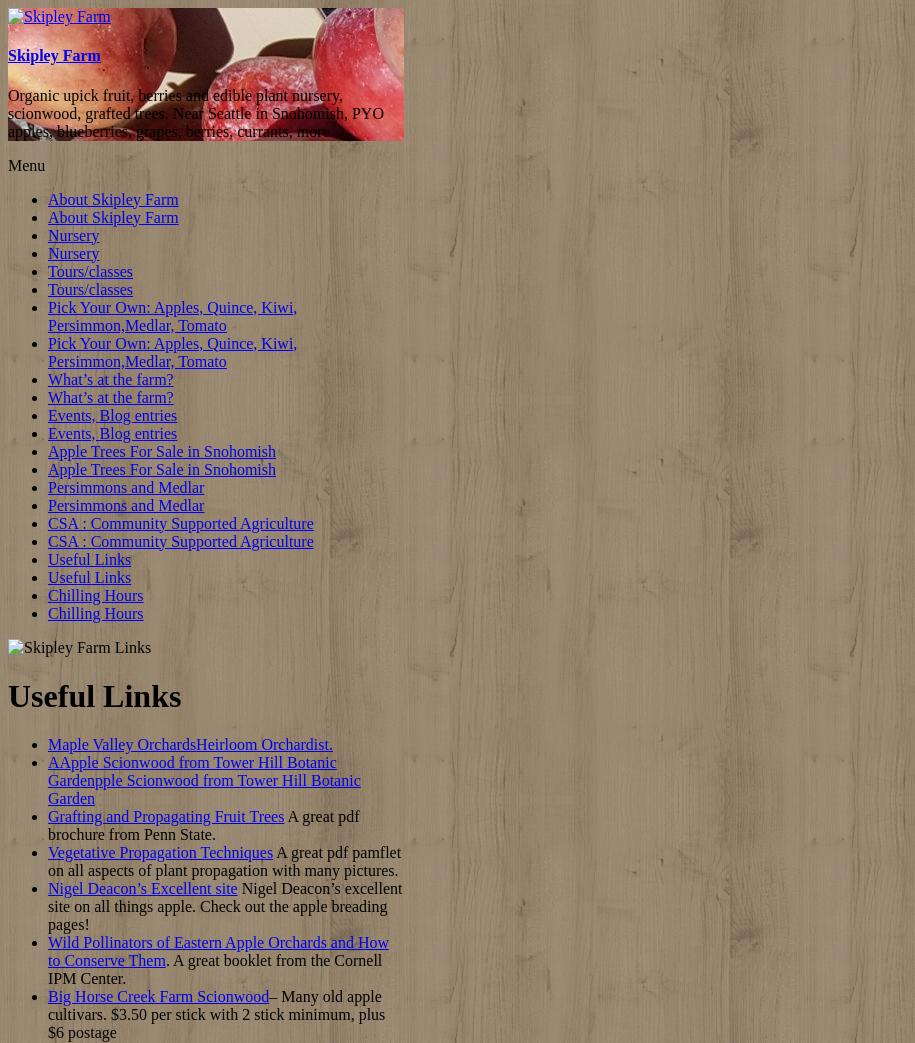 Image resolution: width=915 pixels, height=1043 pixels. What do you see at coordinates (7, 54) in the screenshot?
I see `'Skipley Farm'` at bounding box center [7, 54].